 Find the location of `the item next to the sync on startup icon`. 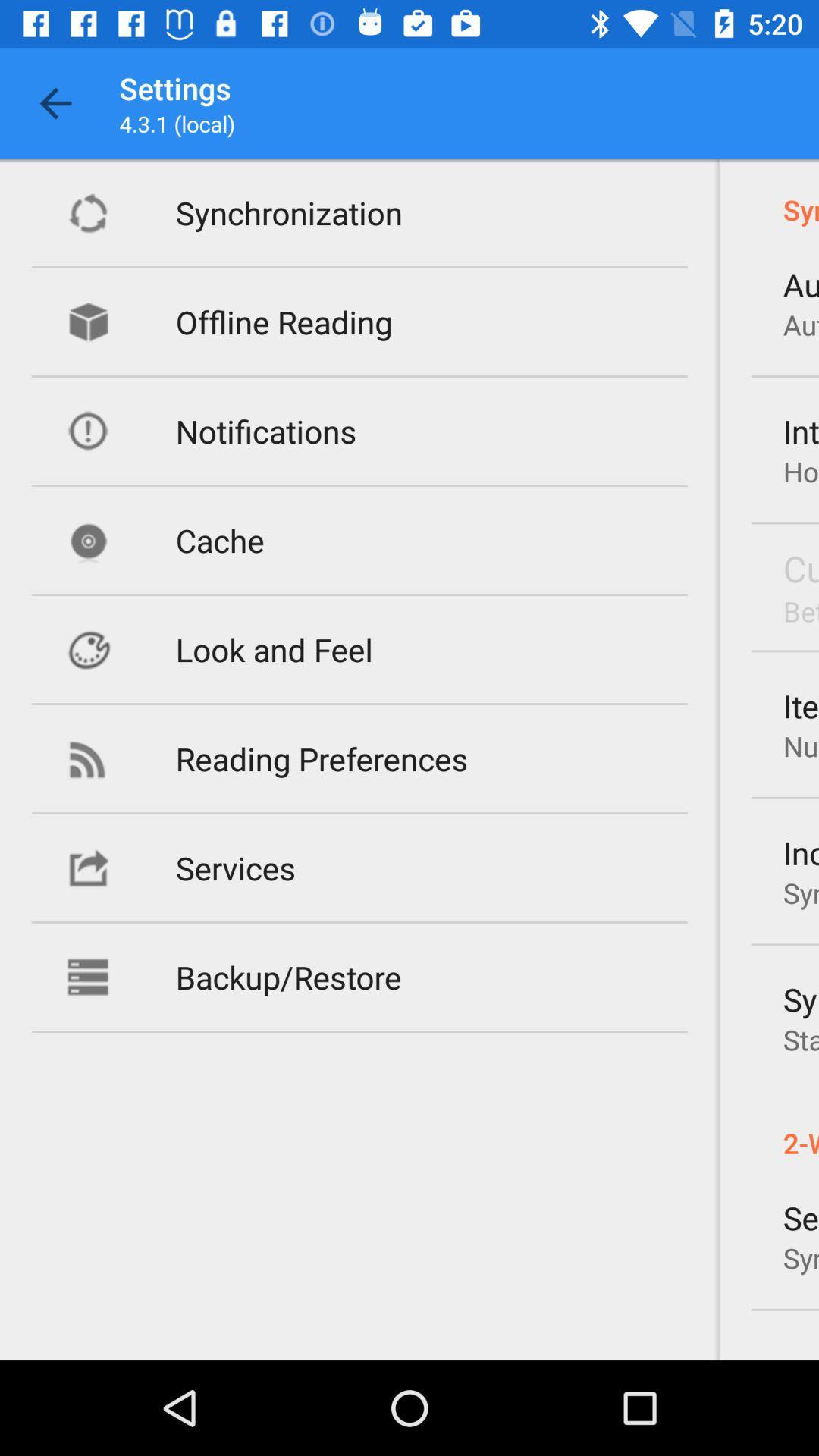

the item next to the sync on startup icon is located at coordinates (288, 977).